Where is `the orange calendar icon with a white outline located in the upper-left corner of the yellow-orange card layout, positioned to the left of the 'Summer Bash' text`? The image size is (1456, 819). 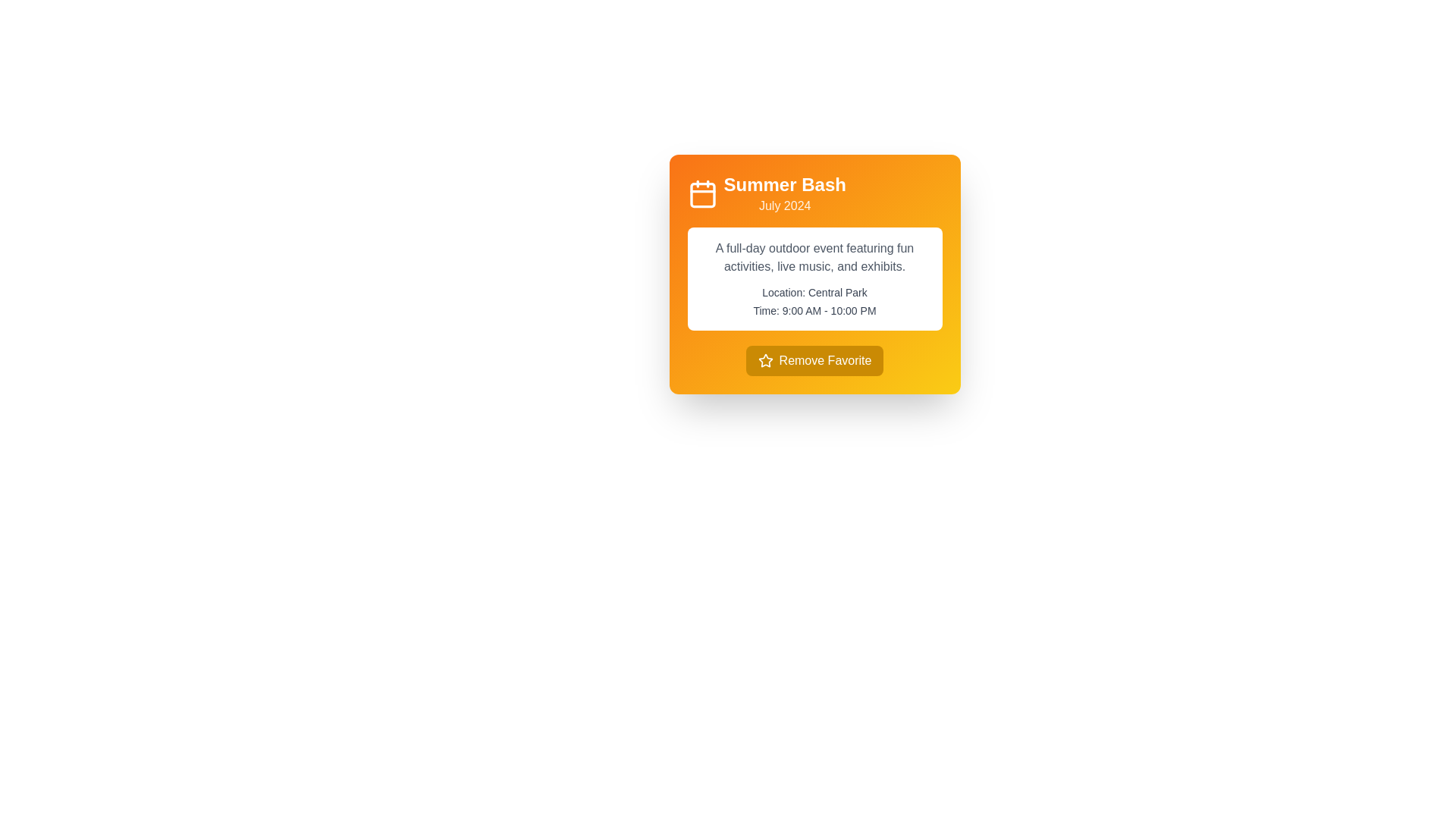
the orange calendar icon with a white outline located in the upper-left corner of the yellow-orange card layout, positioned to the left of the 'Summer Bash' text is located at coordinates (701, 193).